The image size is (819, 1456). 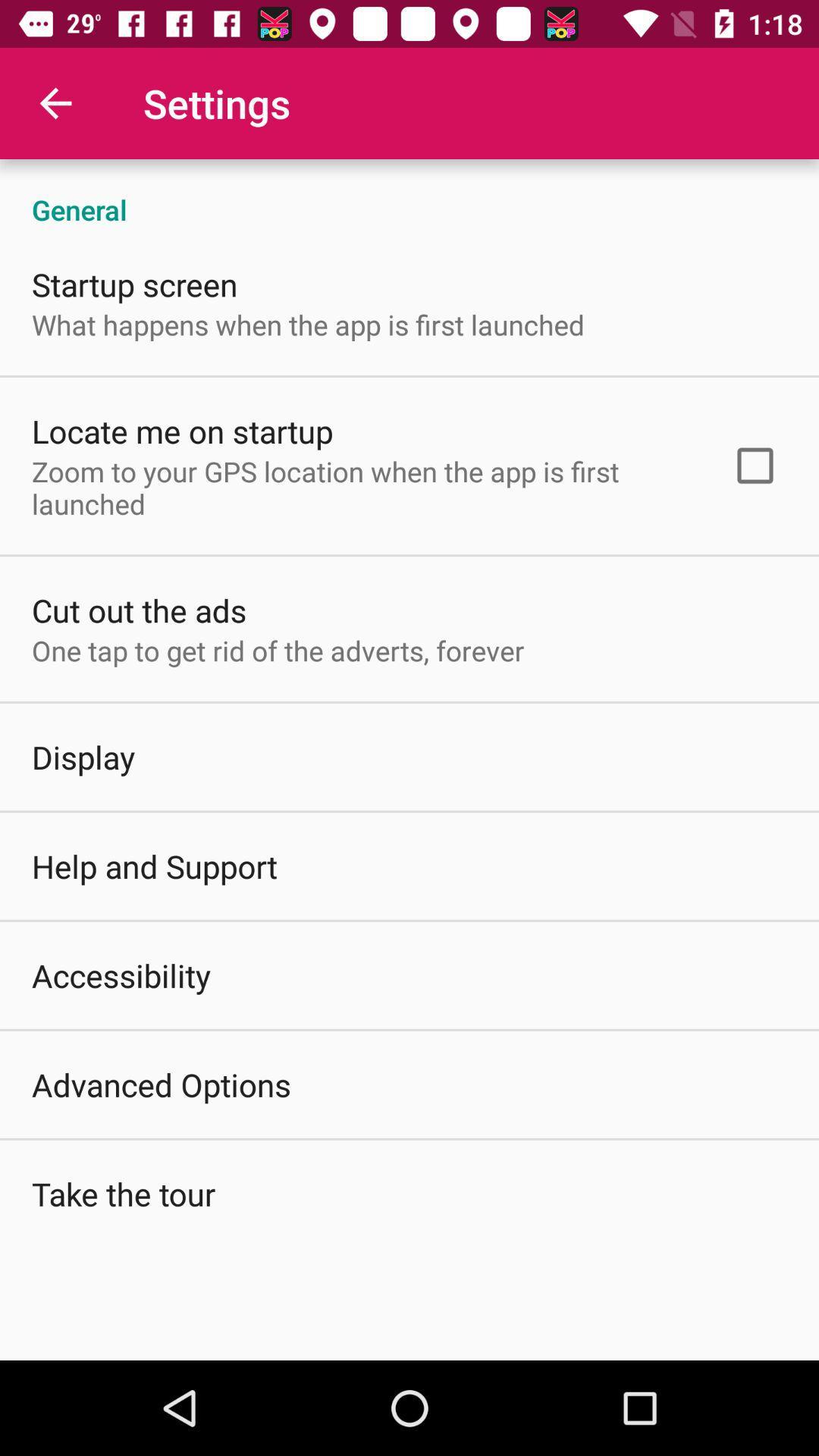 What do you see at coordinates (307, 324) in the screenshot?
I see `the what happens when icon` at bounding box center [307, 324].